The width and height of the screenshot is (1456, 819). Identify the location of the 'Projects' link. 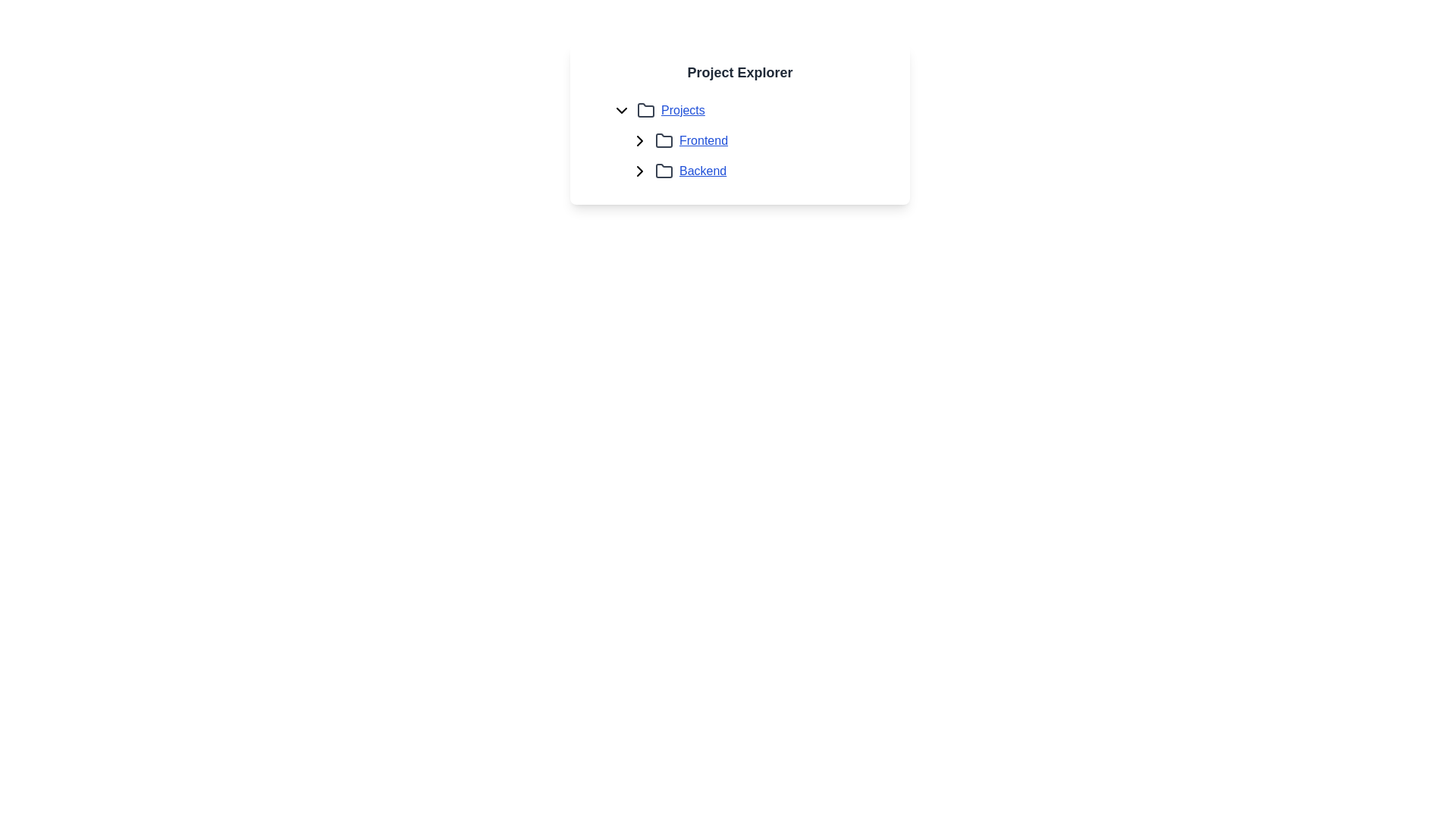
(682, 110).